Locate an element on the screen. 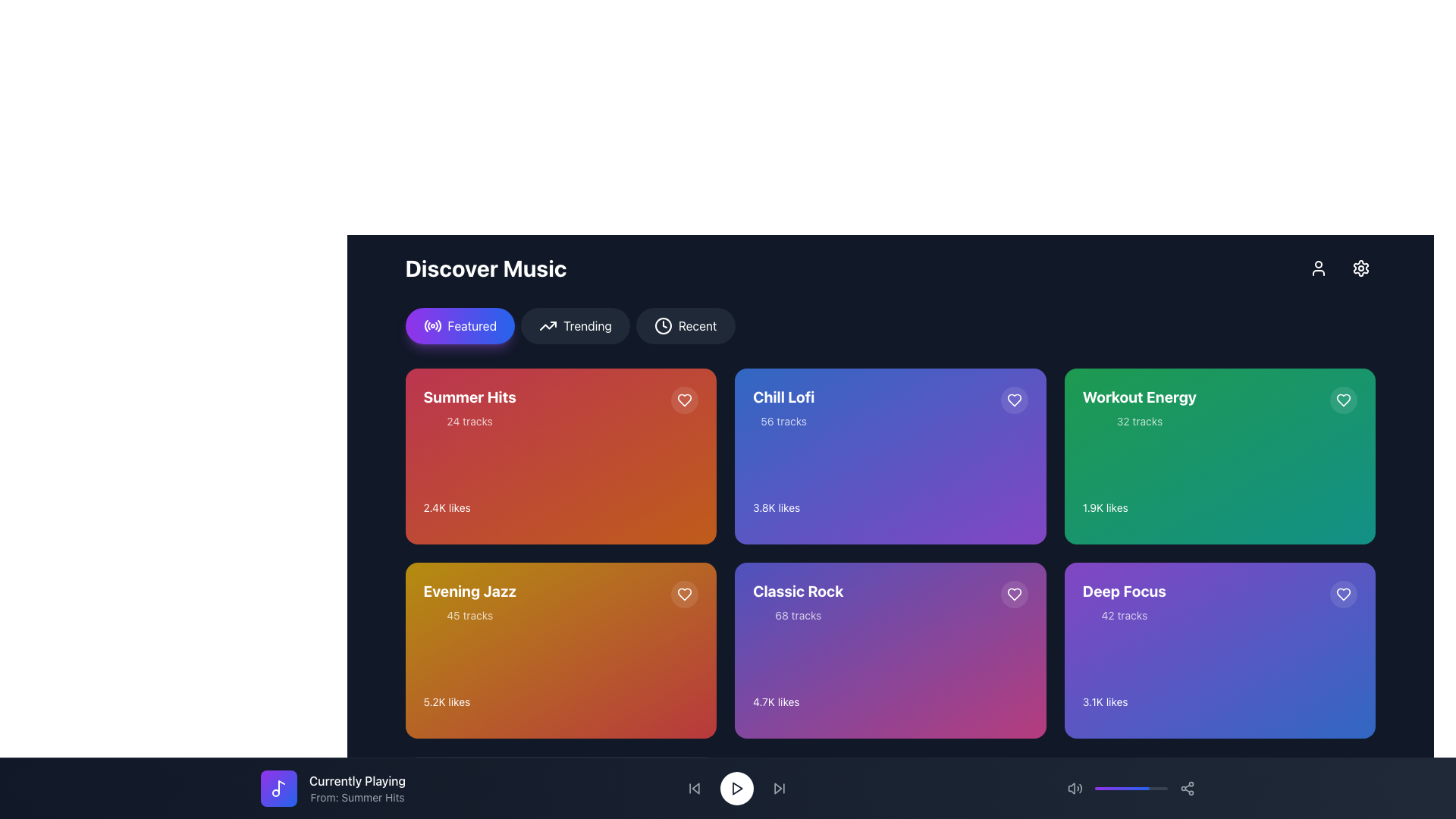 The height and width of the screenshot is (819, 1456). the music playlist card located at the top-left corner of the grid layout under the heading 'Discover Music' is located at coordinates (560, 455).